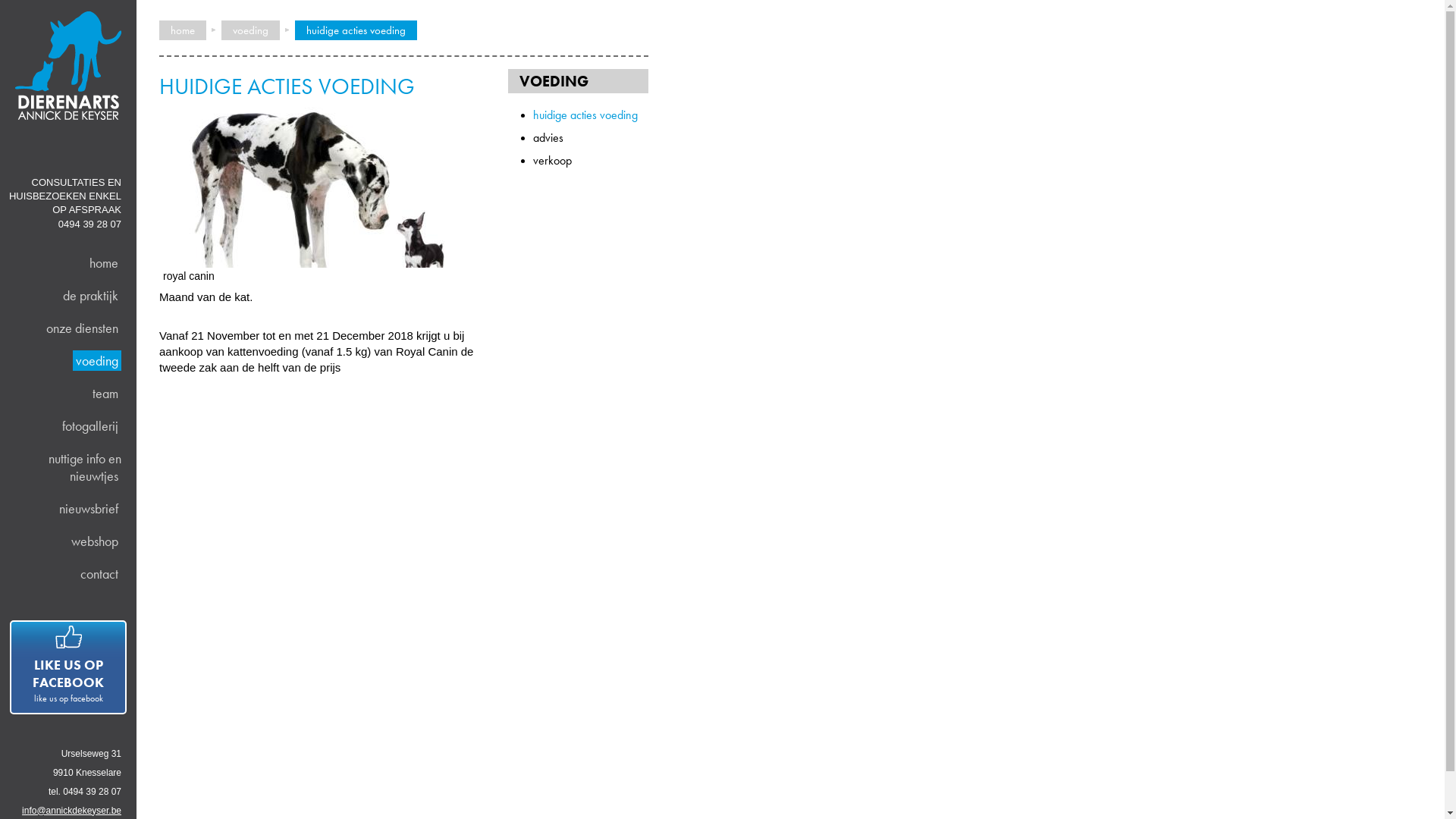 This screenshot has width=1456, height=819. I want to click on 'nuttige info en nieuwtjes', so click(83, 466).